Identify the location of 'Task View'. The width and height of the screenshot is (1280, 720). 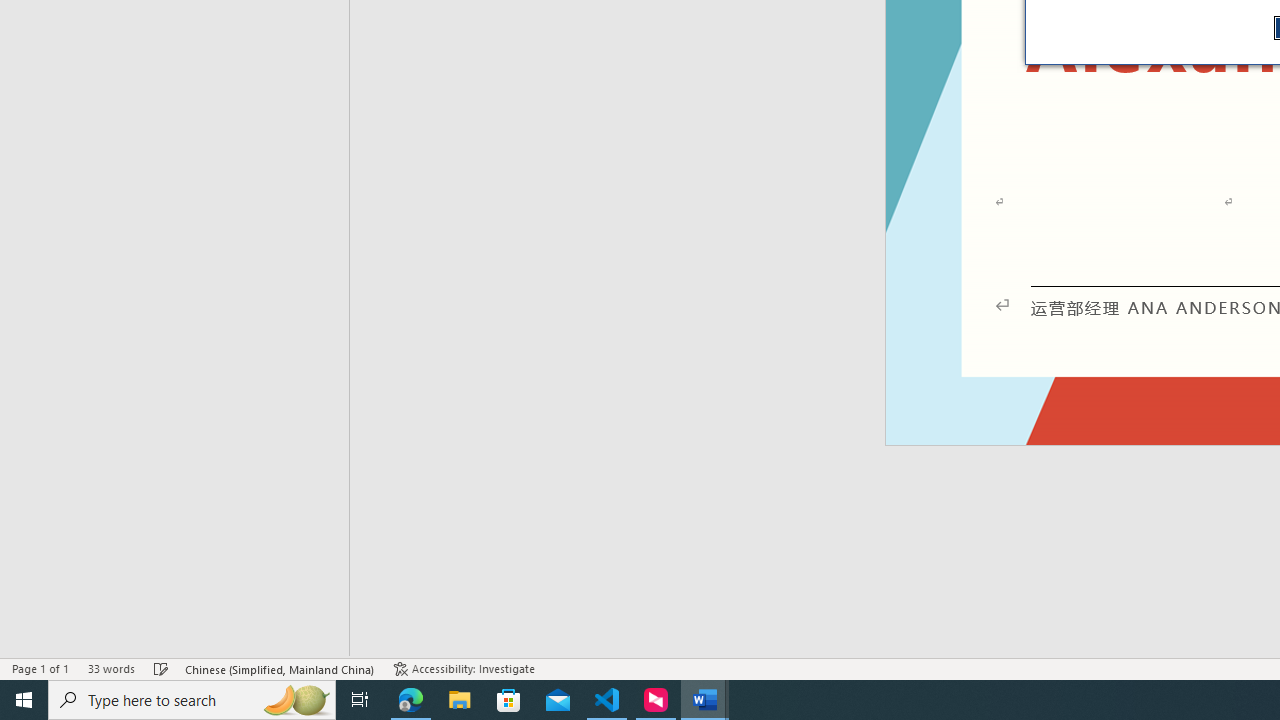
(359, 698).